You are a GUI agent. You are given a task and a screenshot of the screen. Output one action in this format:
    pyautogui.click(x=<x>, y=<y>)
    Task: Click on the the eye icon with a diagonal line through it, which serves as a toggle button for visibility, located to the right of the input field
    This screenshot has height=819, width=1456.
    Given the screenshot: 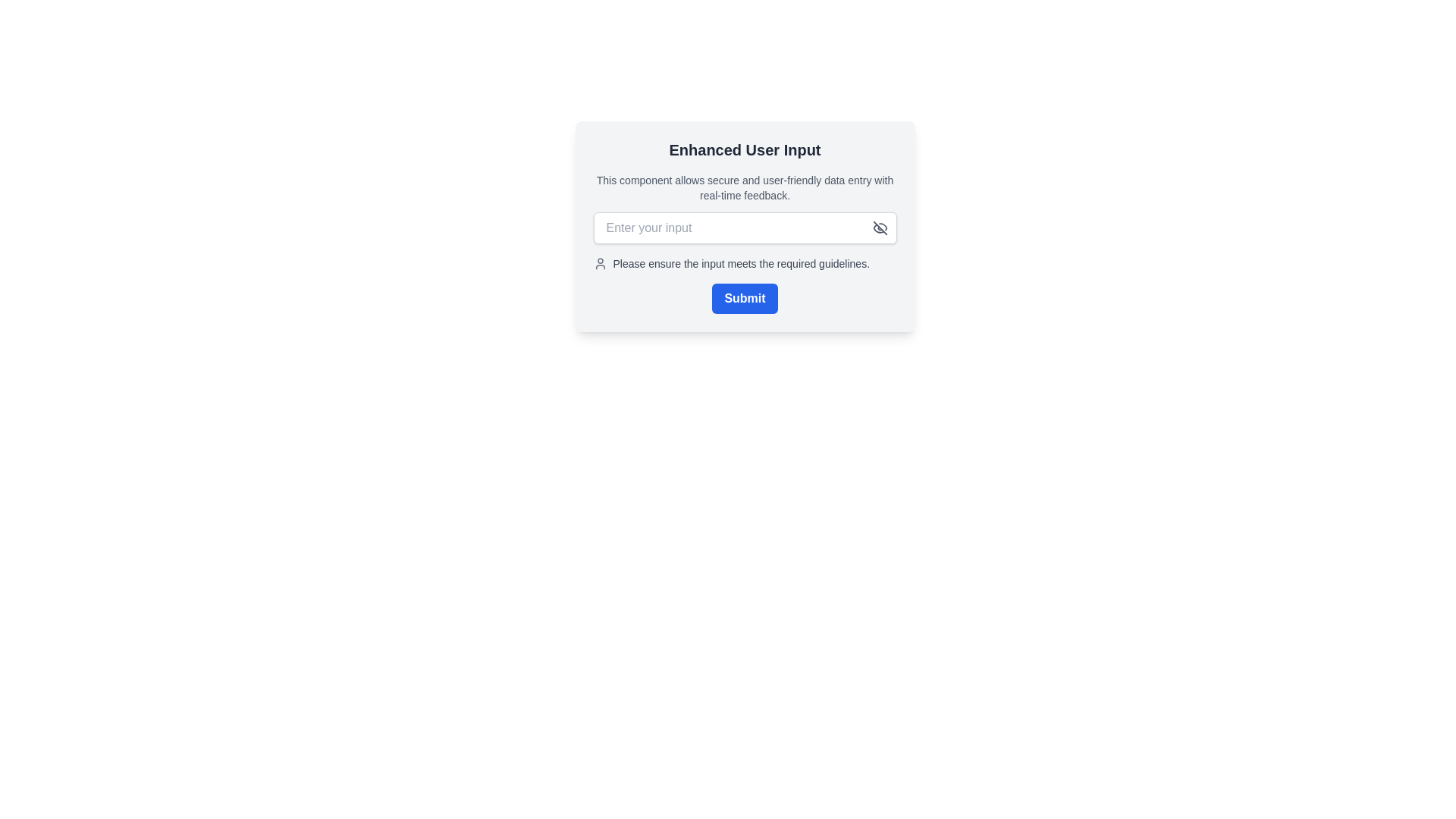 What is the action you would take?
    pyautogui.click(x=880, y=227)
    